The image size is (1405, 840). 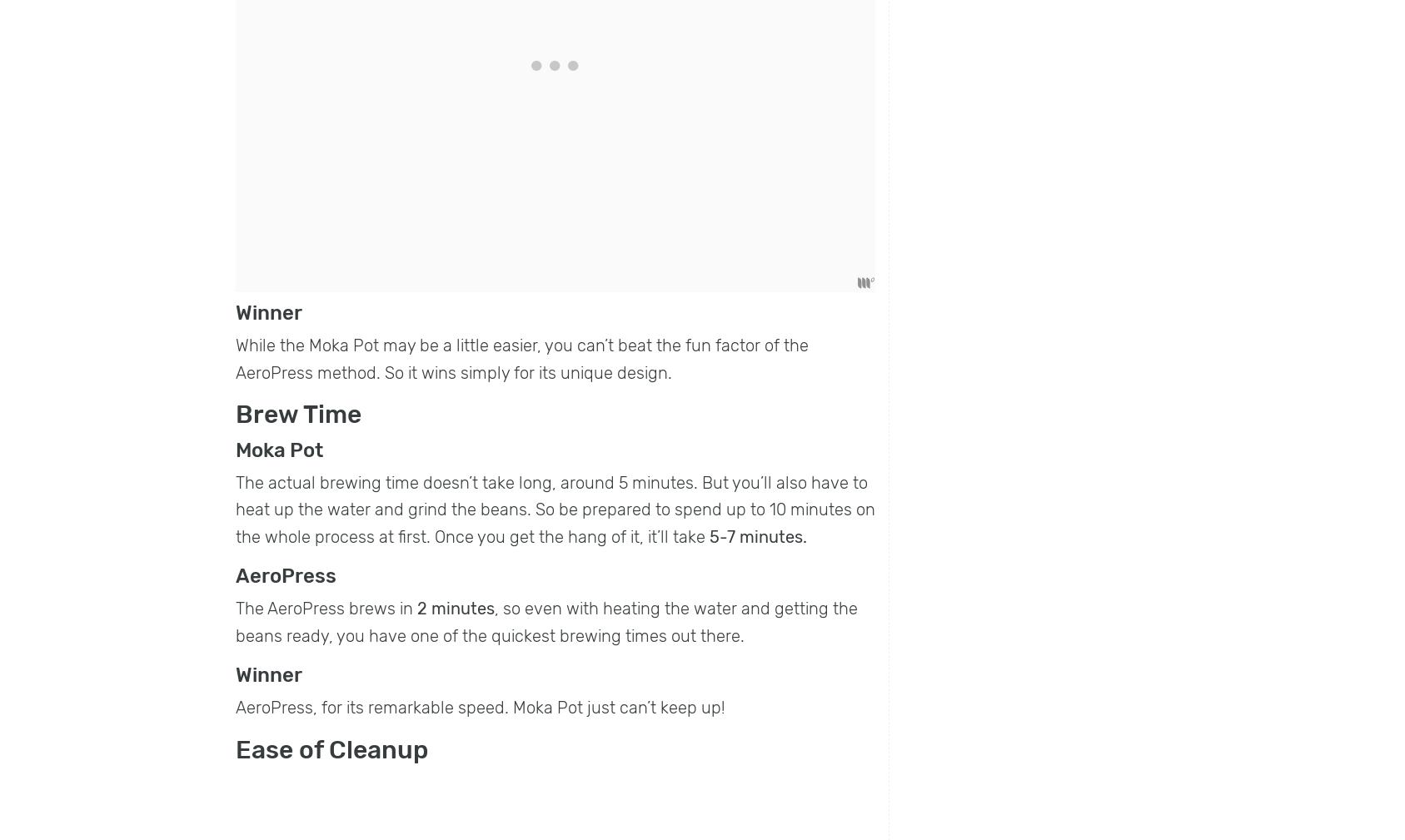 I want to click on '2 minutes', so click(x=455, y=609).